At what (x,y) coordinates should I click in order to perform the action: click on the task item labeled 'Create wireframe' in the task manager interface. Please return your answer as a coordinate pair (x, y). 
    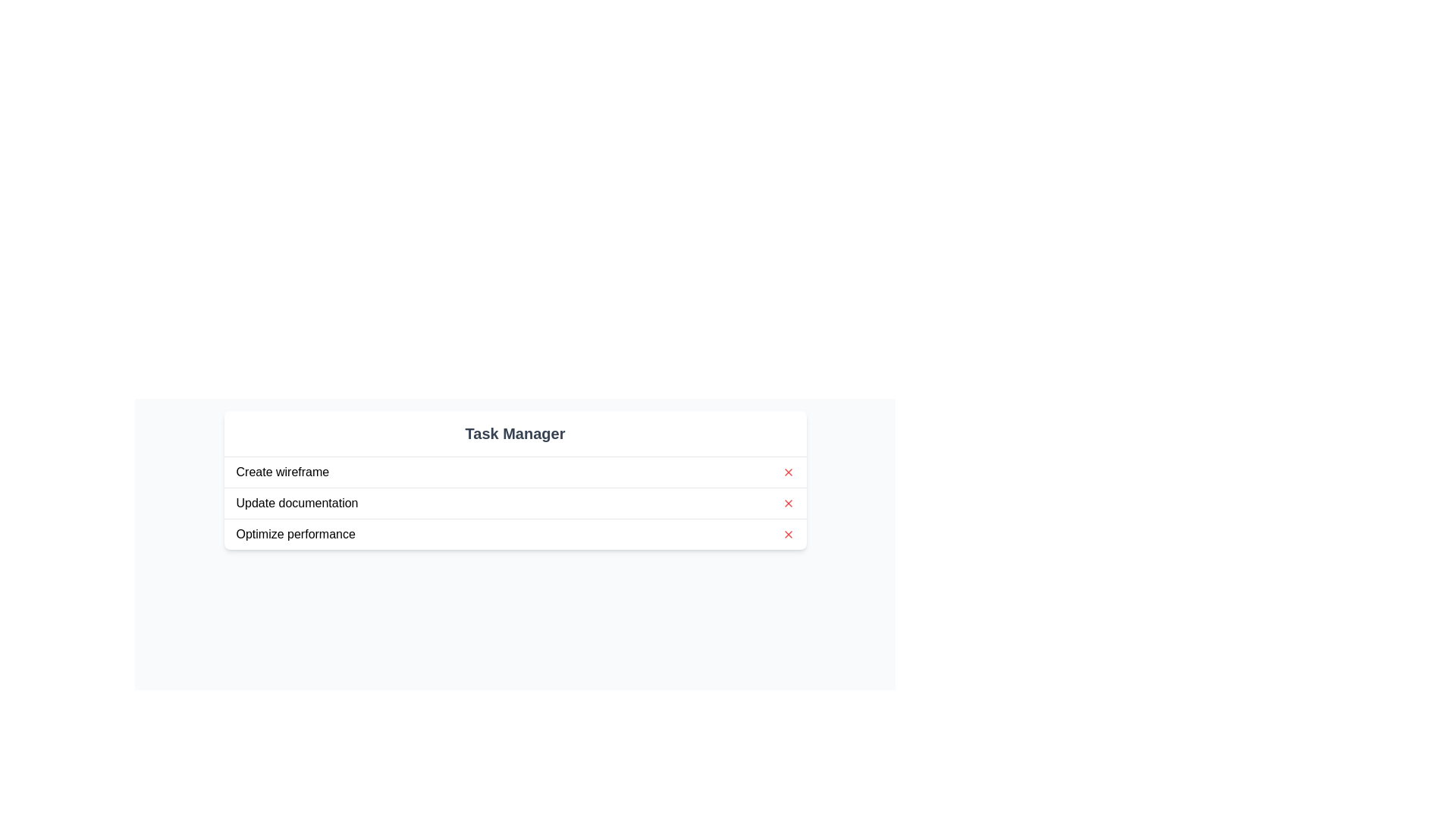
    Looking at the image, I should click on (515, 472).